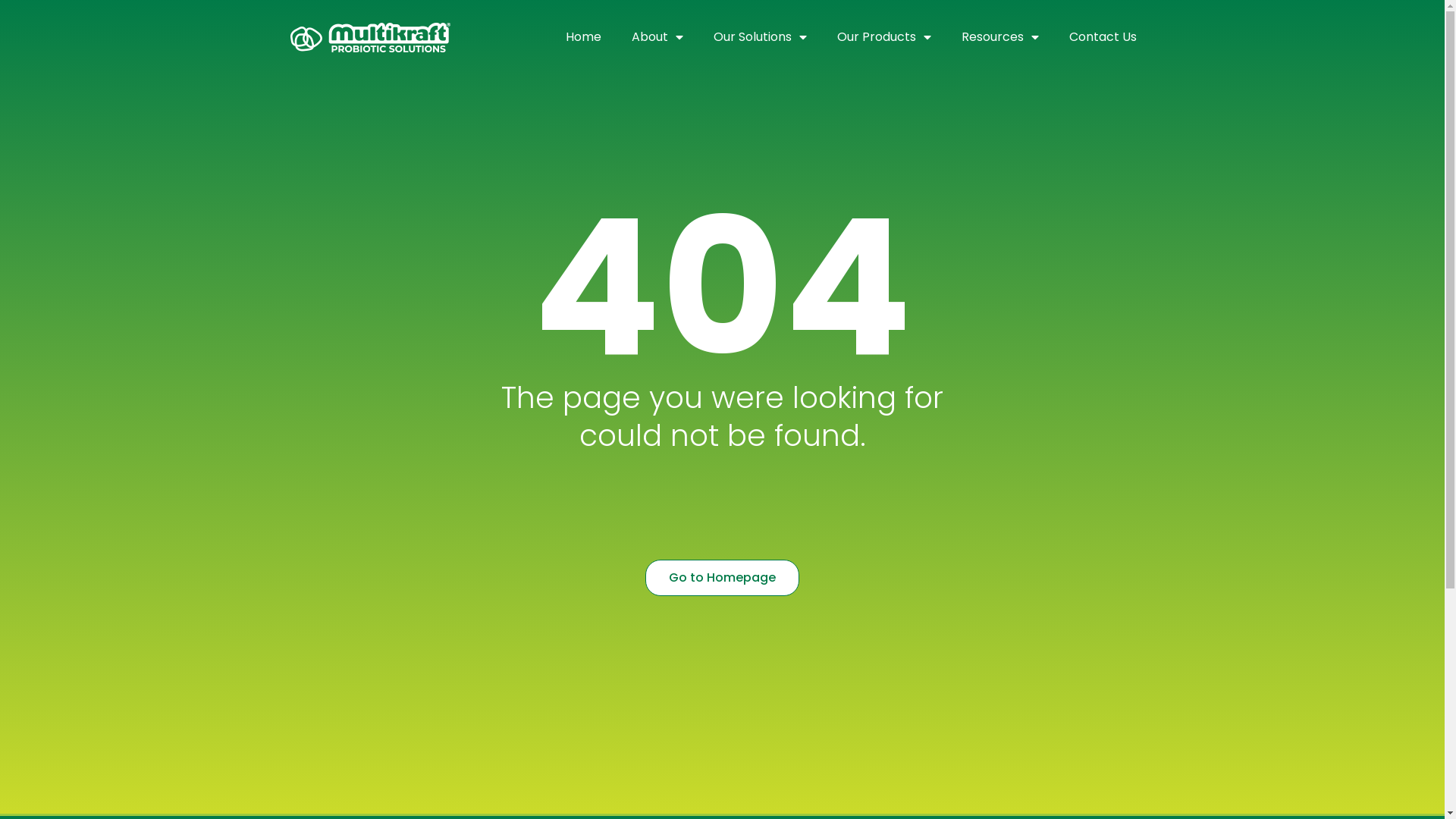 The height and width of the screenshot is (819, 1456). What do you see at coordinates (1000, 36) in the screenshot?
I see `'Resources'` at bounding box center [1000, 36].